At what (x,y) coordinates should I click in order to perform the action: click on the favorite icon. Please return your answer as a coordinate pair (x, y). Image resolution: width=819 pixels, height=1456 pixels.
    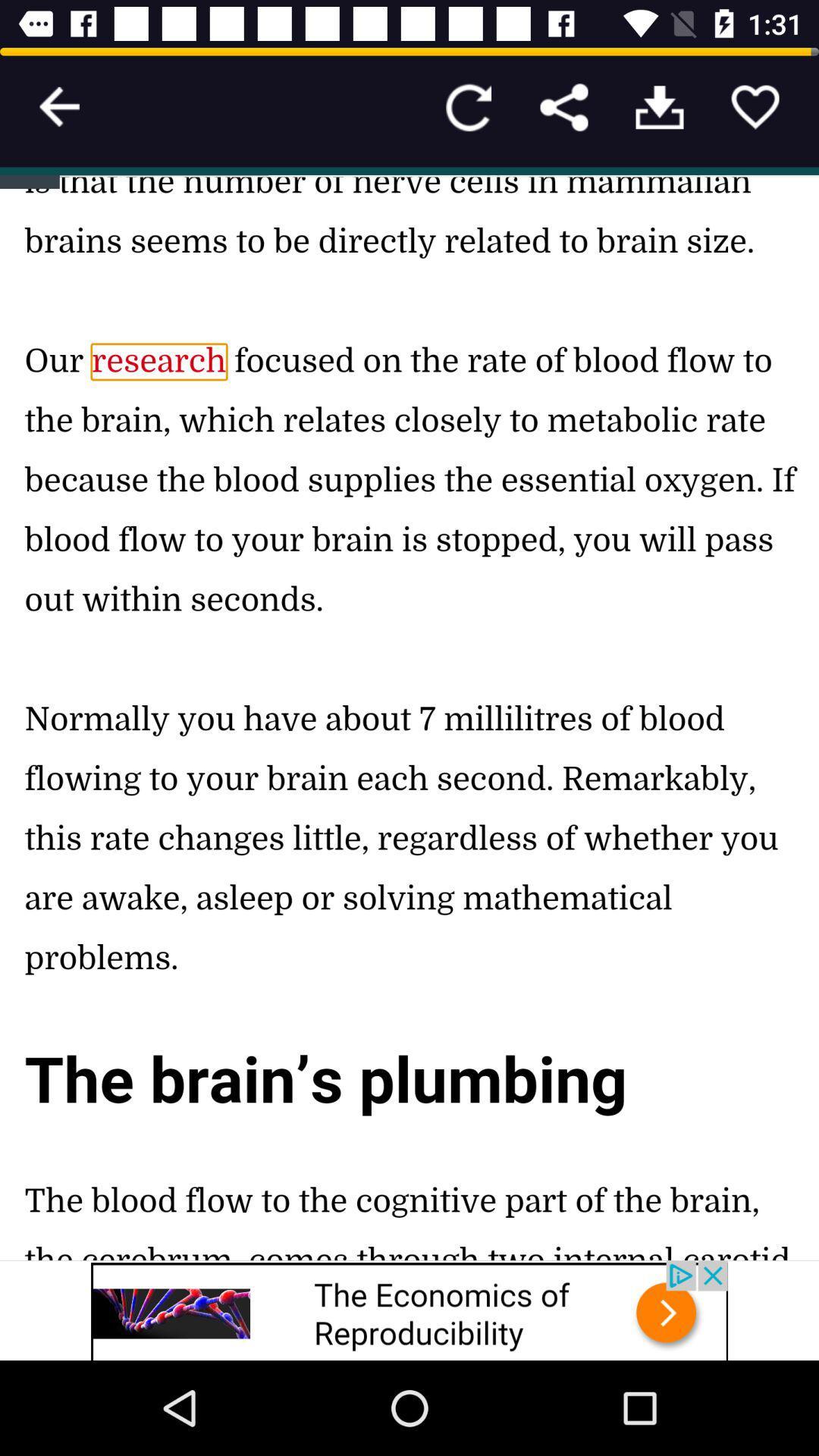
    Looking at the image, I should click on (755, 106).